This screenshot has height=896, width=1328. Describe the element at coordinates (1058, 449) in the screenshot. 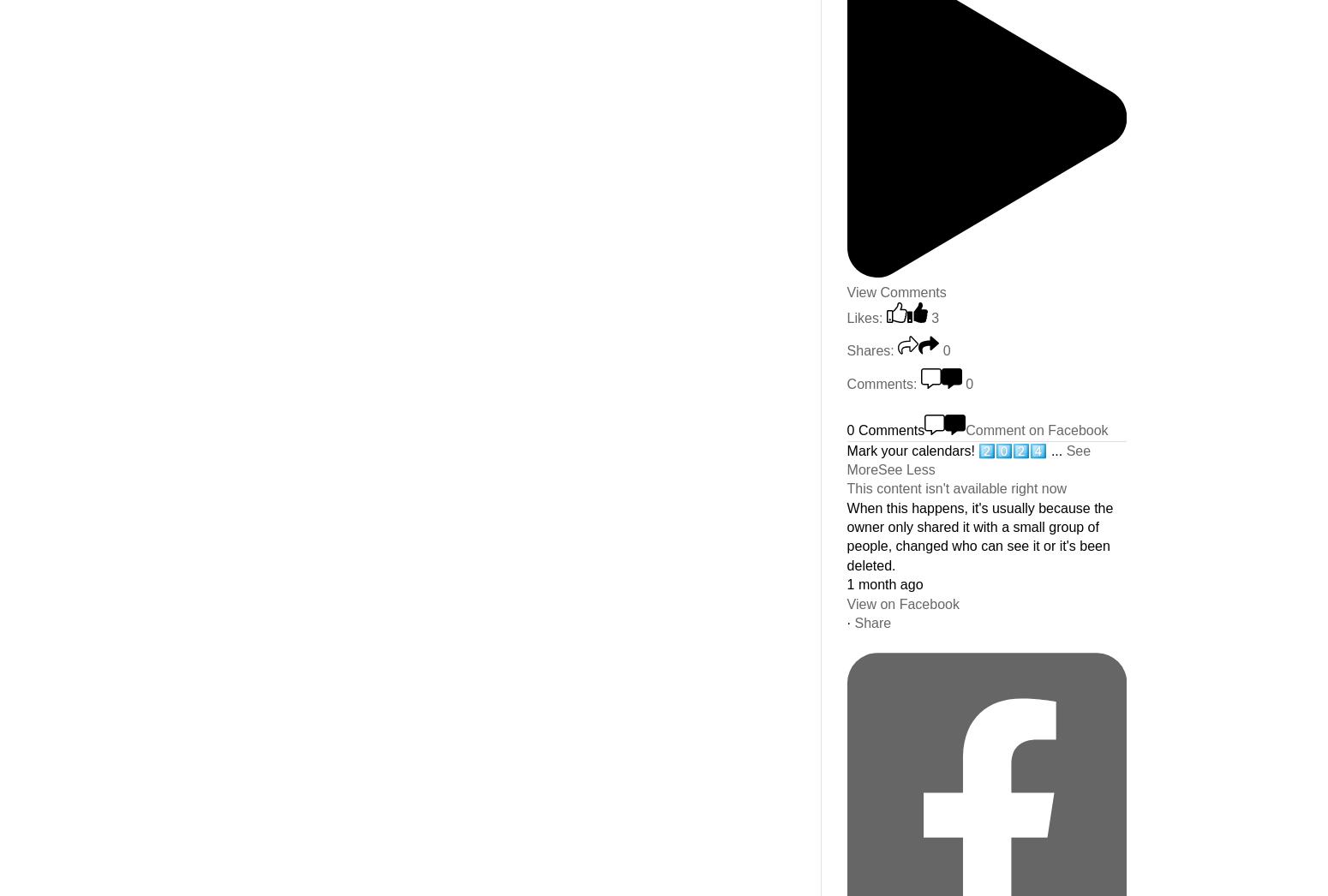

I see `'...'` at that location.